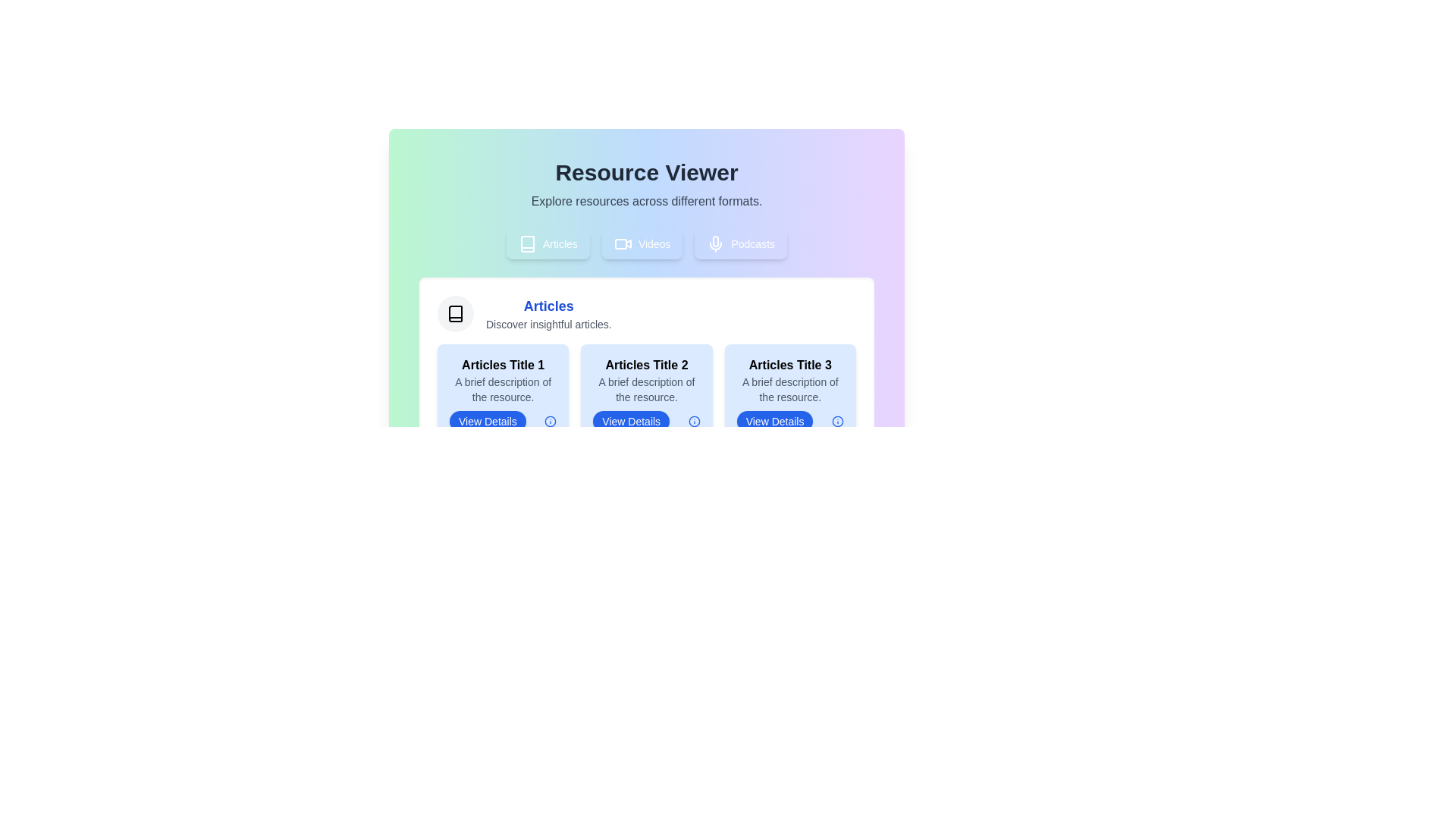  Describe the element at coordinates (789, 421) in the screenshot. I see `the third 'View Details' button located at the bottom-right of the card for 'Articles Title 3'` at that location.